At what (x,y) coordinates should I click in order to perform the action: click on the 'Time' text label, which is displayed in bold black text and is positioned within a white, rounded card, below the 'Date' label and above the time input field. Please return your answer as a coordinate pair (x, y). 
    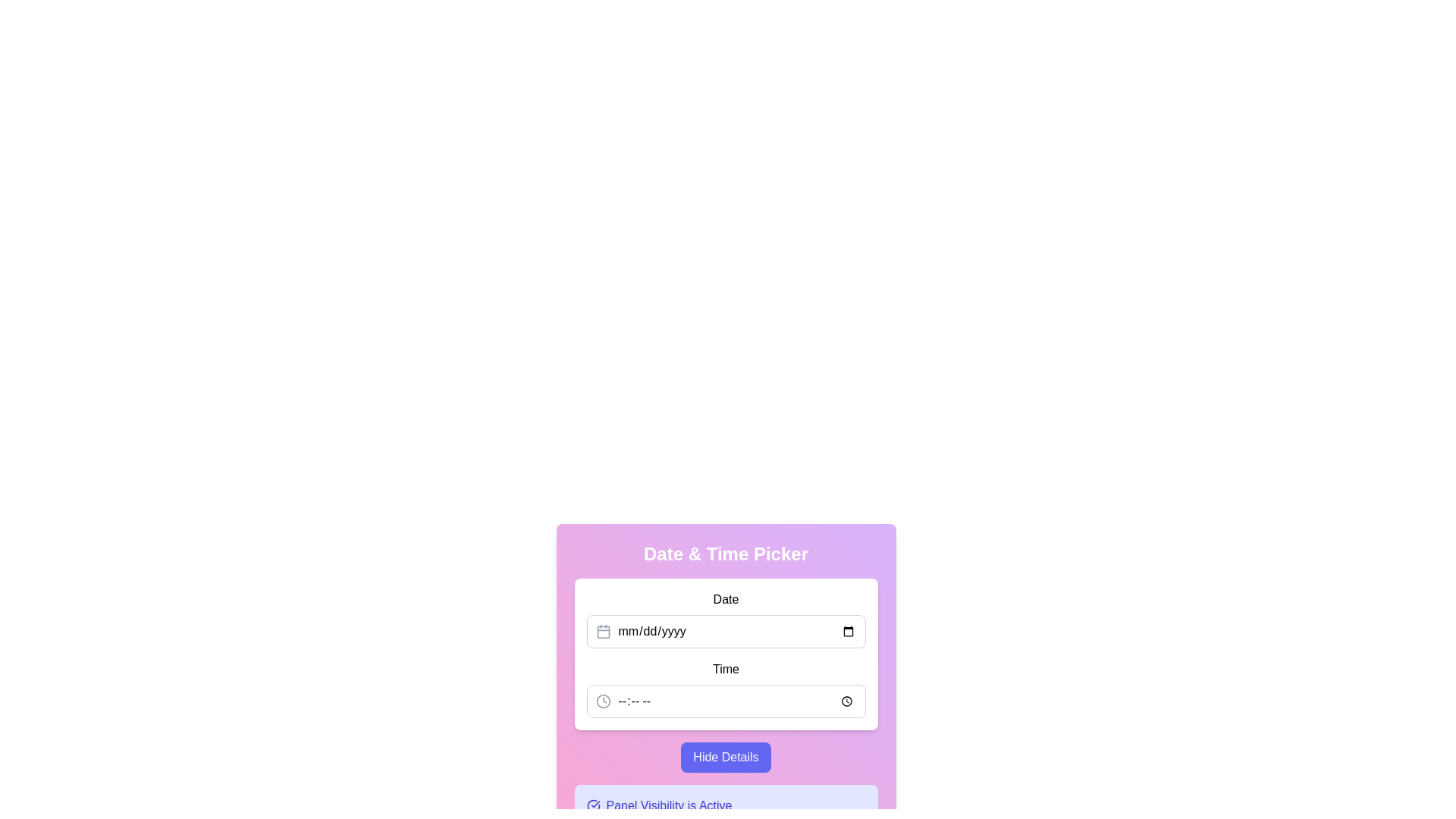
    Looking at the image, I should click on (725, 668).